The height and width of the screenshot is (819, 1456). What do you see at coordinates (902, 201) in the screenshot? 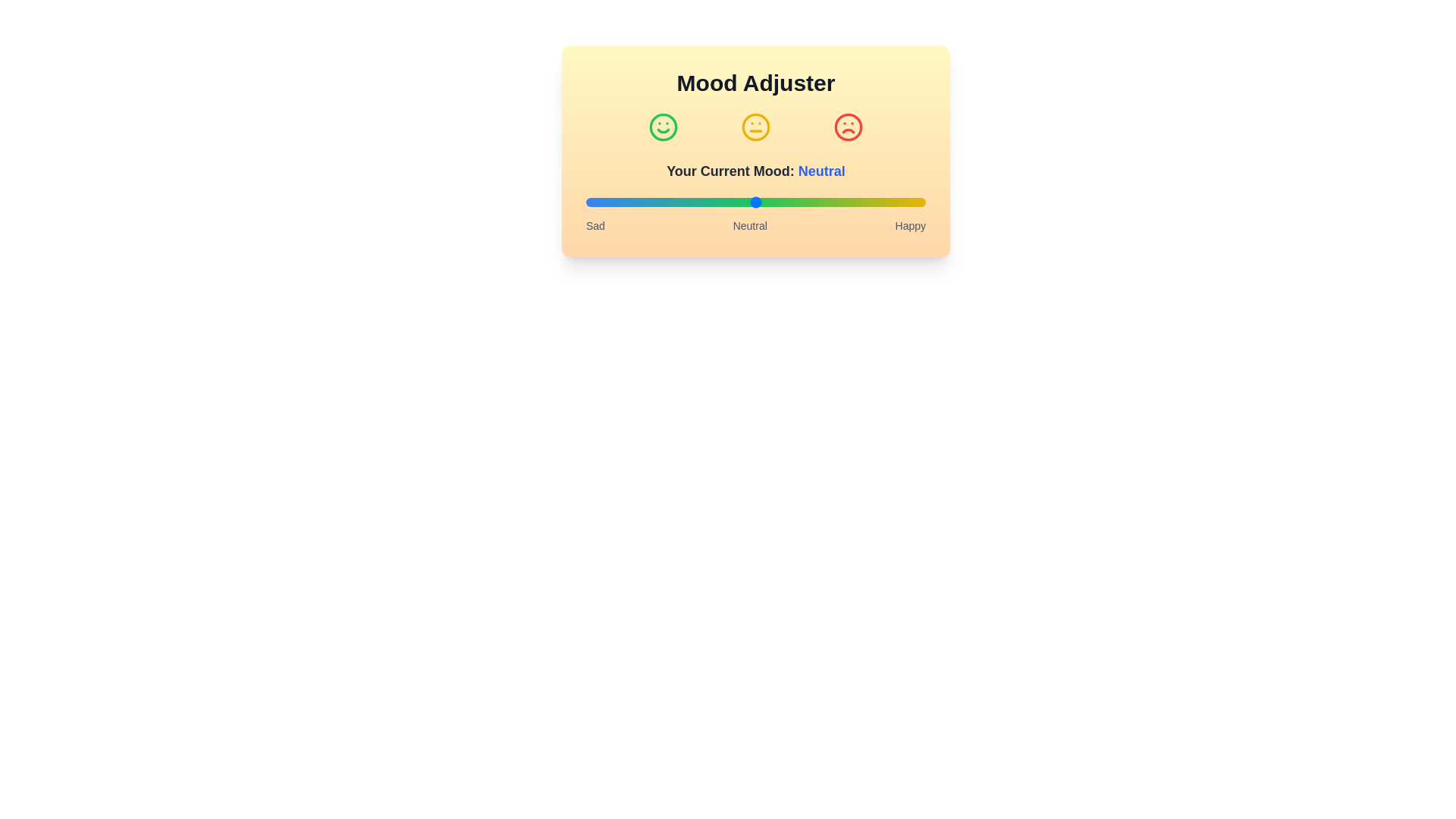
I see `the slider to a specific value 93 to observe the mood label change` at bounding box center [902, 201].